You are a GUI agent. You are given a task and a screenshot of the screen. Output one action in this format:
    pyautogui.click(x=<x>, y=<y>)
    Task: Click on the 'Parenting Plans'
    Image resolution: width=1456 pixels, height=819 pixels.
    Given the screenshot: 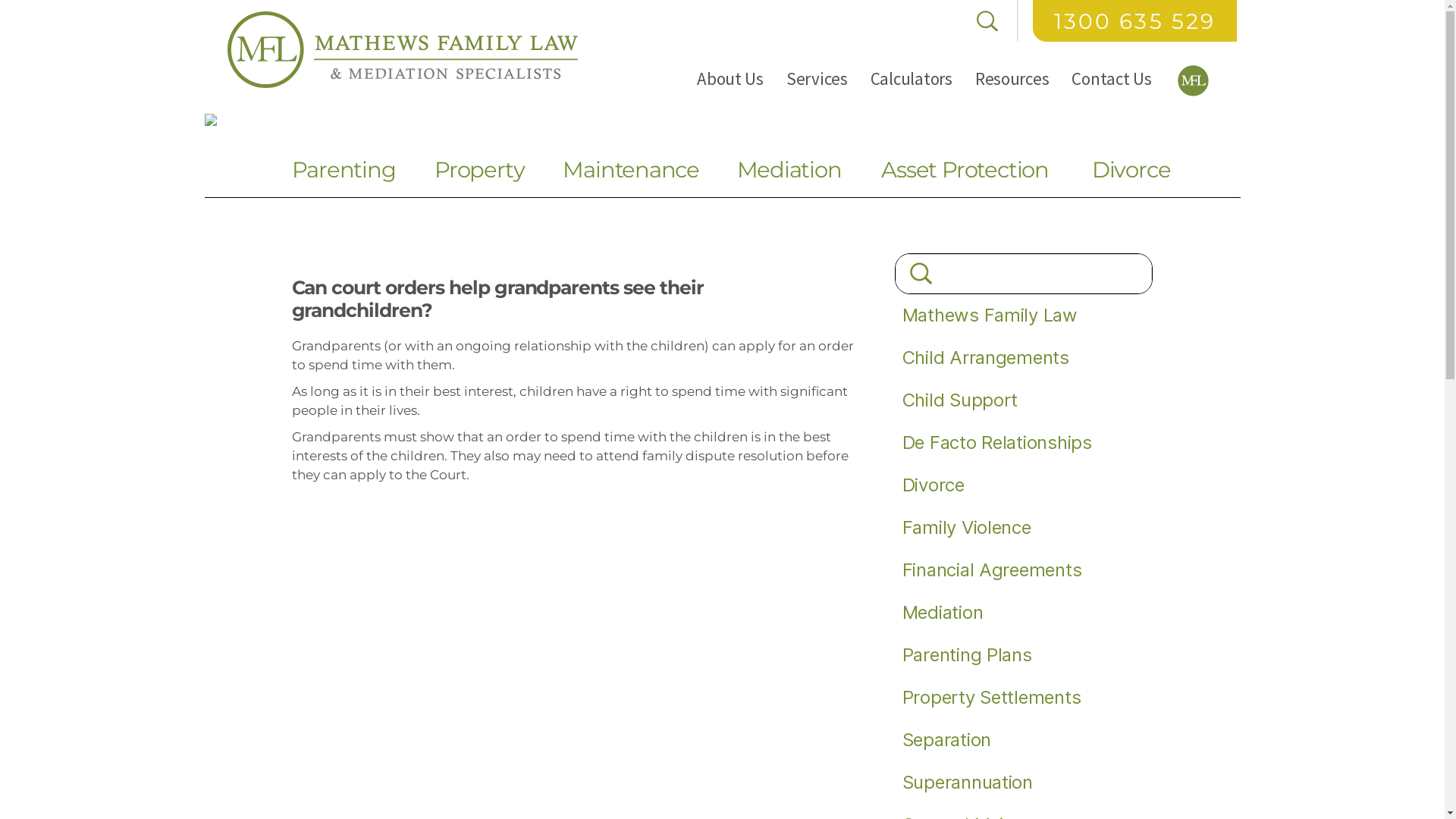 What is the action you would take?
    pyautogui.click(x=902, y=654)
    